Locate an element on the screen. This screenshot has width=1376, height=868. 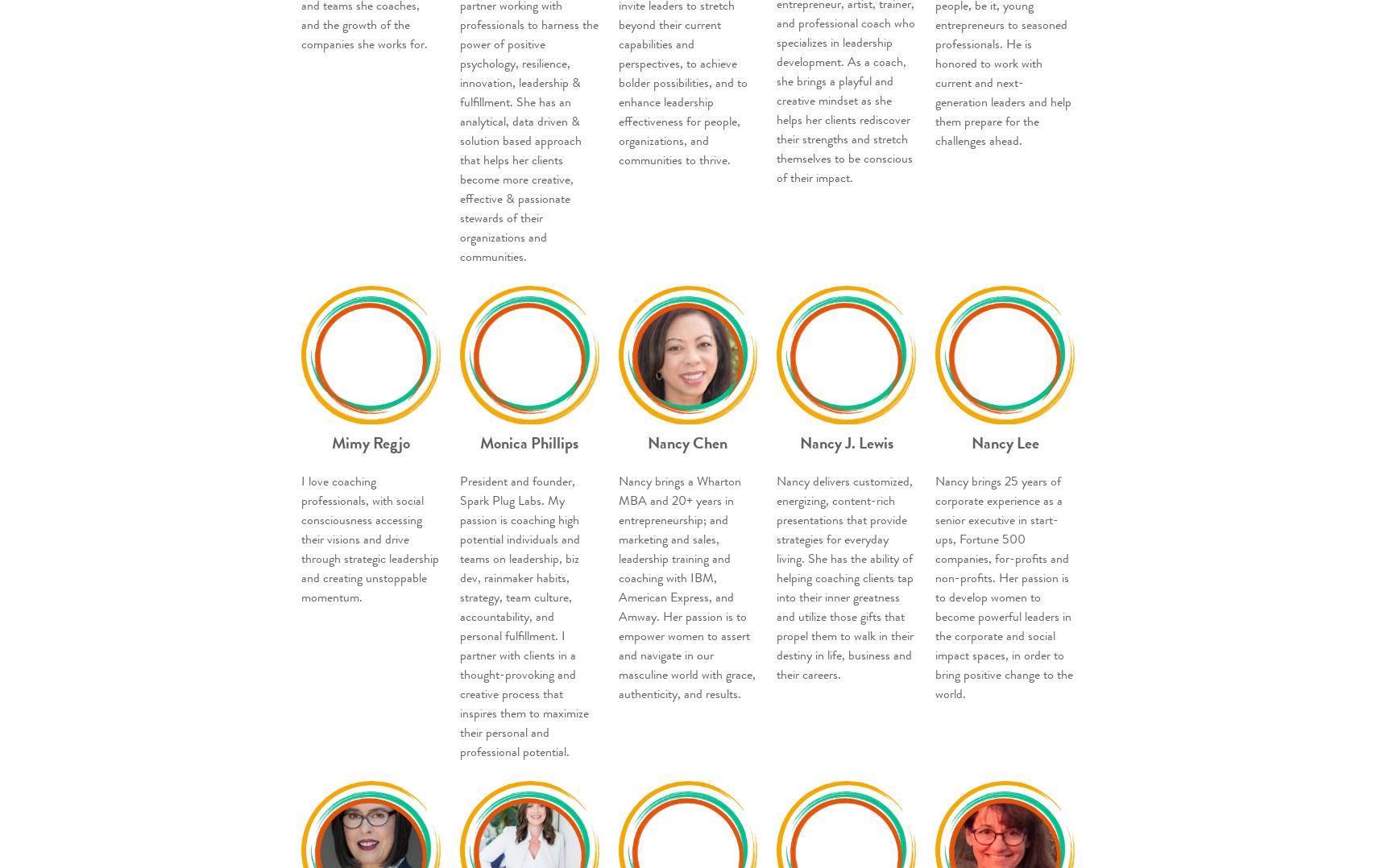
'I love coaching professionals, with social consciousness accessing their visions and drive through strategic leadership and creating unstoppable momentum.' is located at coordinates (370, 539).